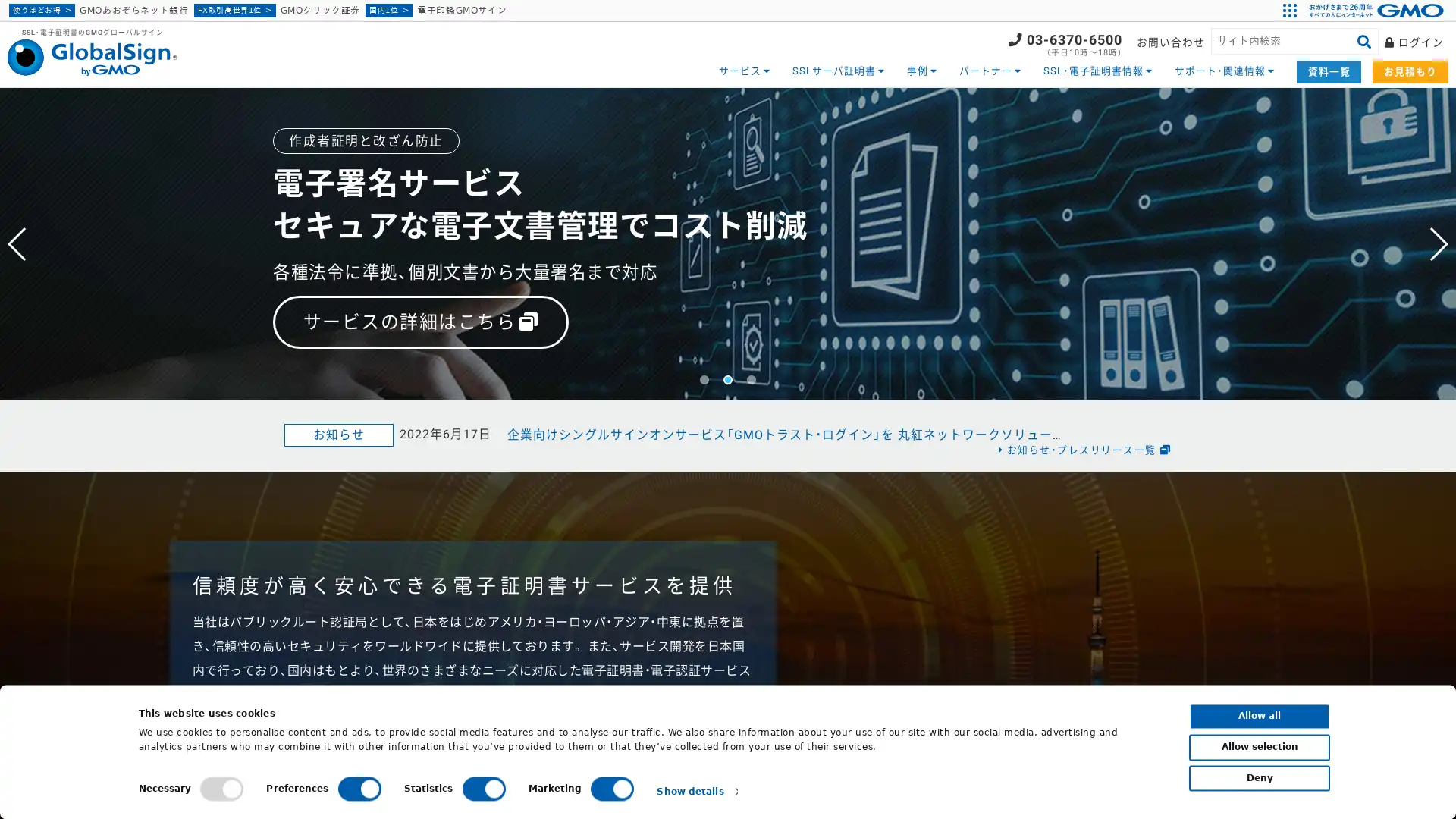  Describe the element at coordinates (1259, 716) in the screenshot. I see `Allow all` at that location.